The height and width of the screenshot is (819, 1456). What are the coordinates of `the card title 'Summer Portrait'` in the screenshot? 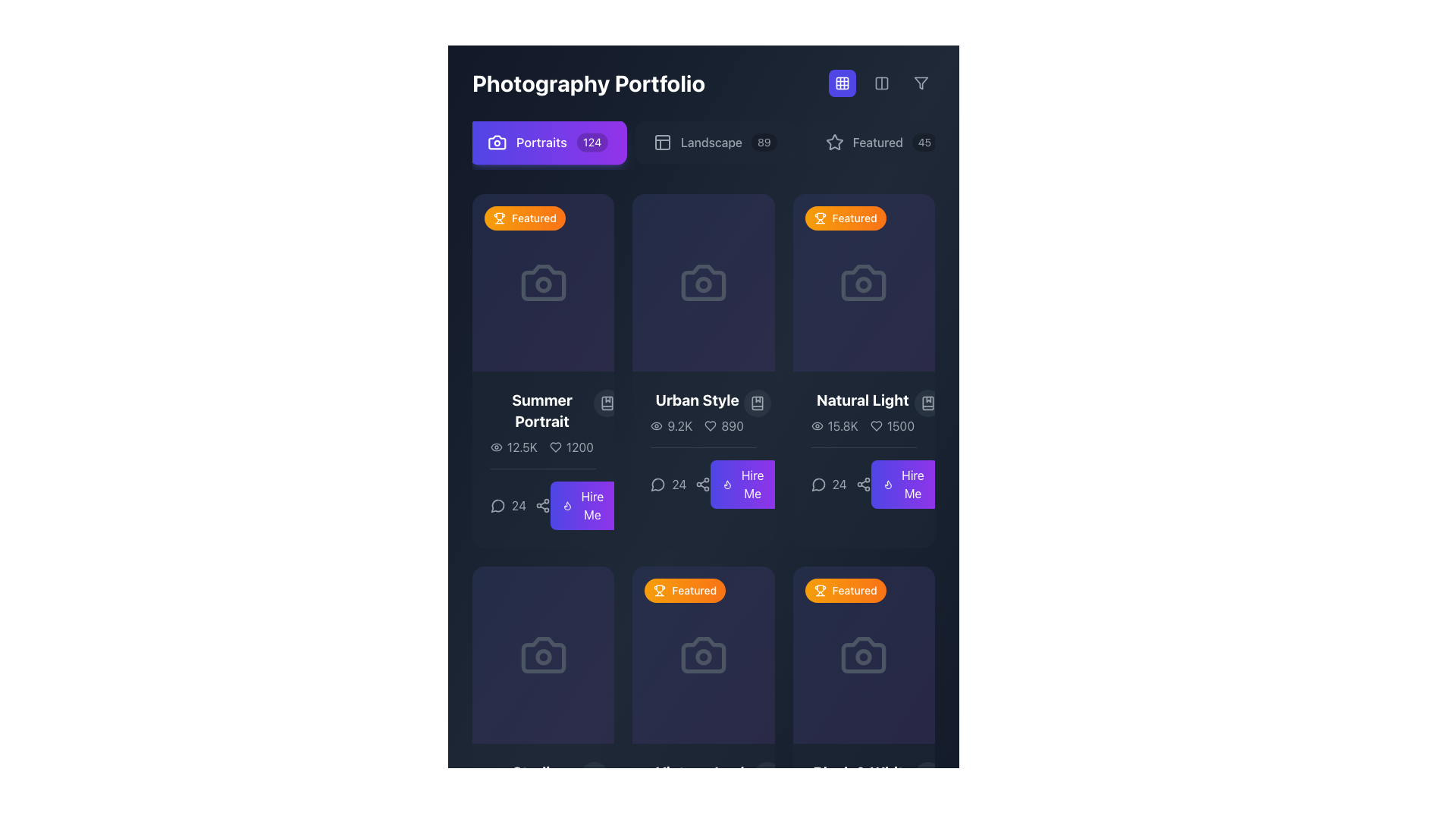 It's located at (543, 371).